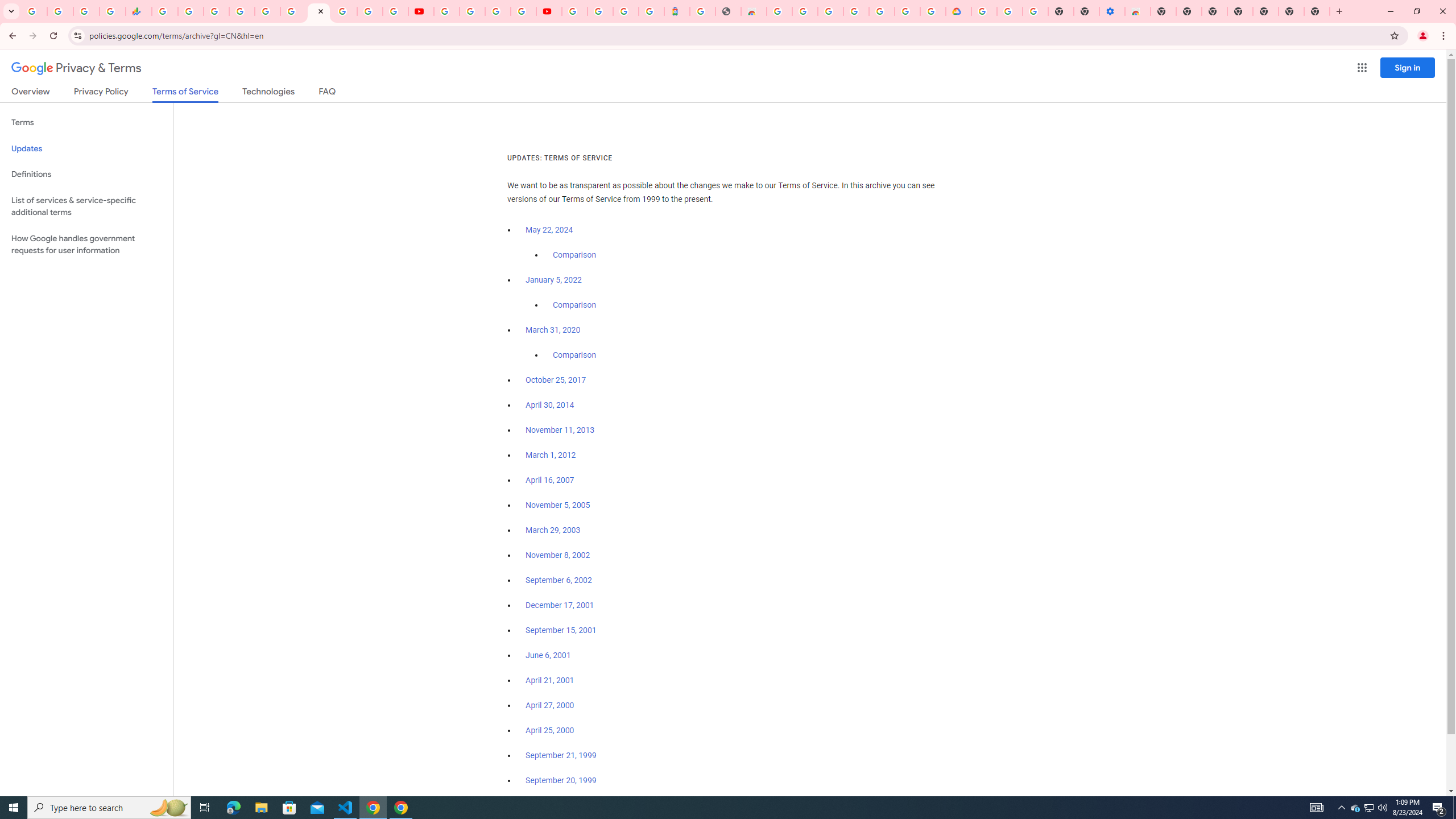 The height and width of the screenshot is (819, 1456). Describe the element at coordinates (549, 230) in the screenshot. I see `'May 22, 2024'` at that location.